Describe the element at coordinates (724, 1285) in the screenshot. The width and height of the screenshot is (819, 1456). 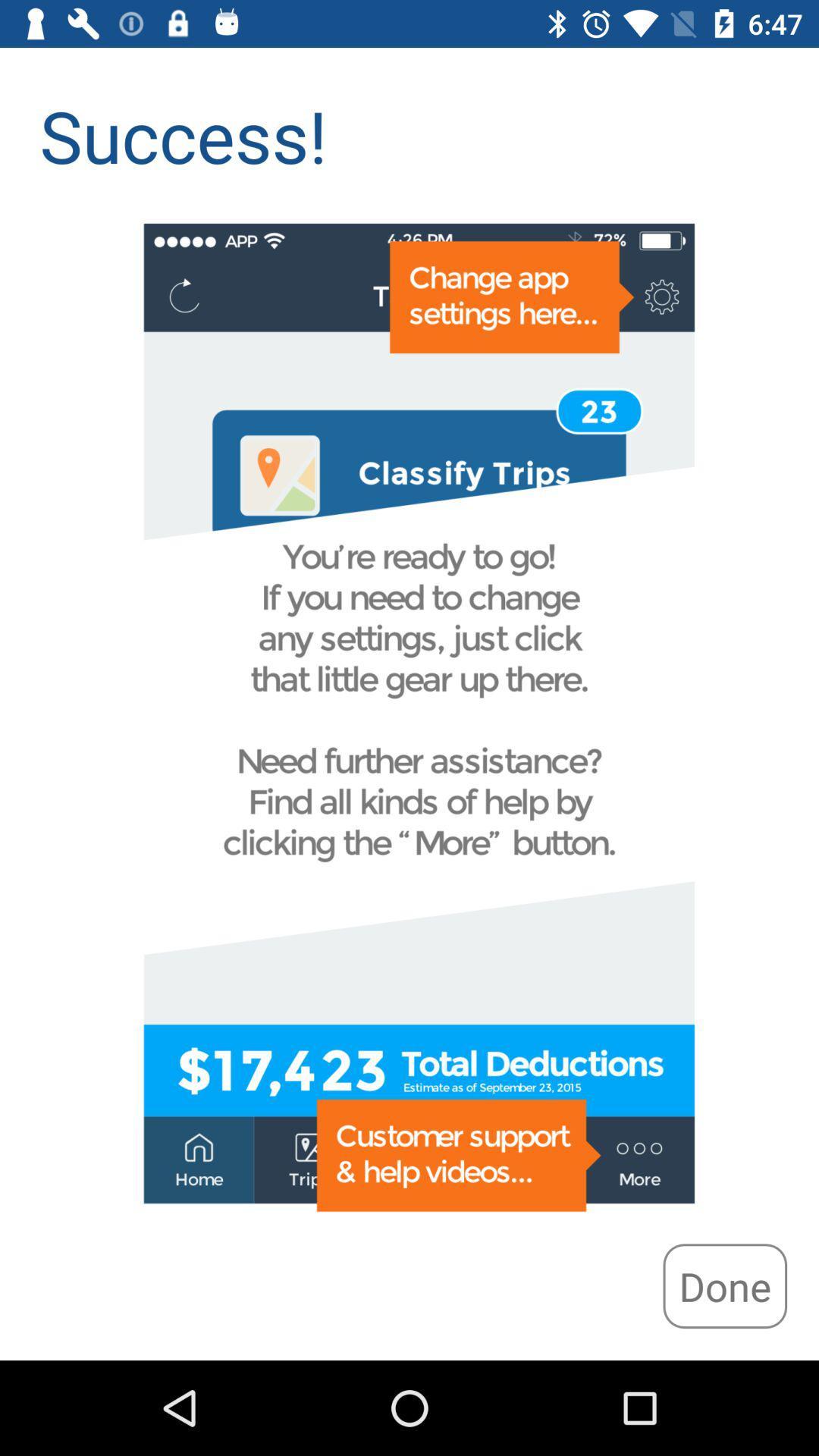
I see `the icon at the bottom right corner` at that location.